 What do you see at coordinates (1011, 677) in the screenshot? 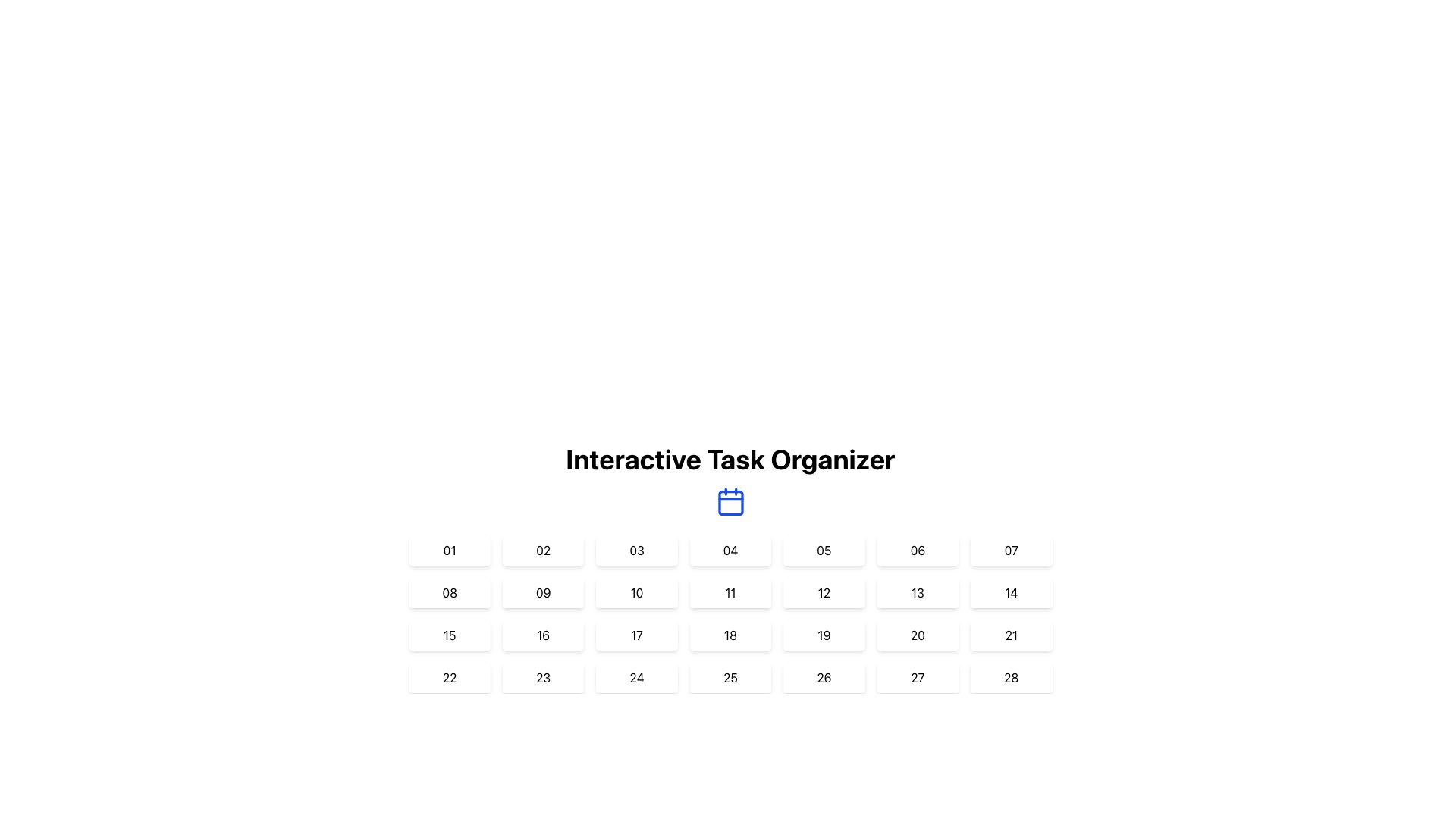
I see `the clickable button in the bottom row of the calendar grid, specifically located in the 7th column of the 4th row, to trigger its hover effect` at bounding box center [1011, 677].